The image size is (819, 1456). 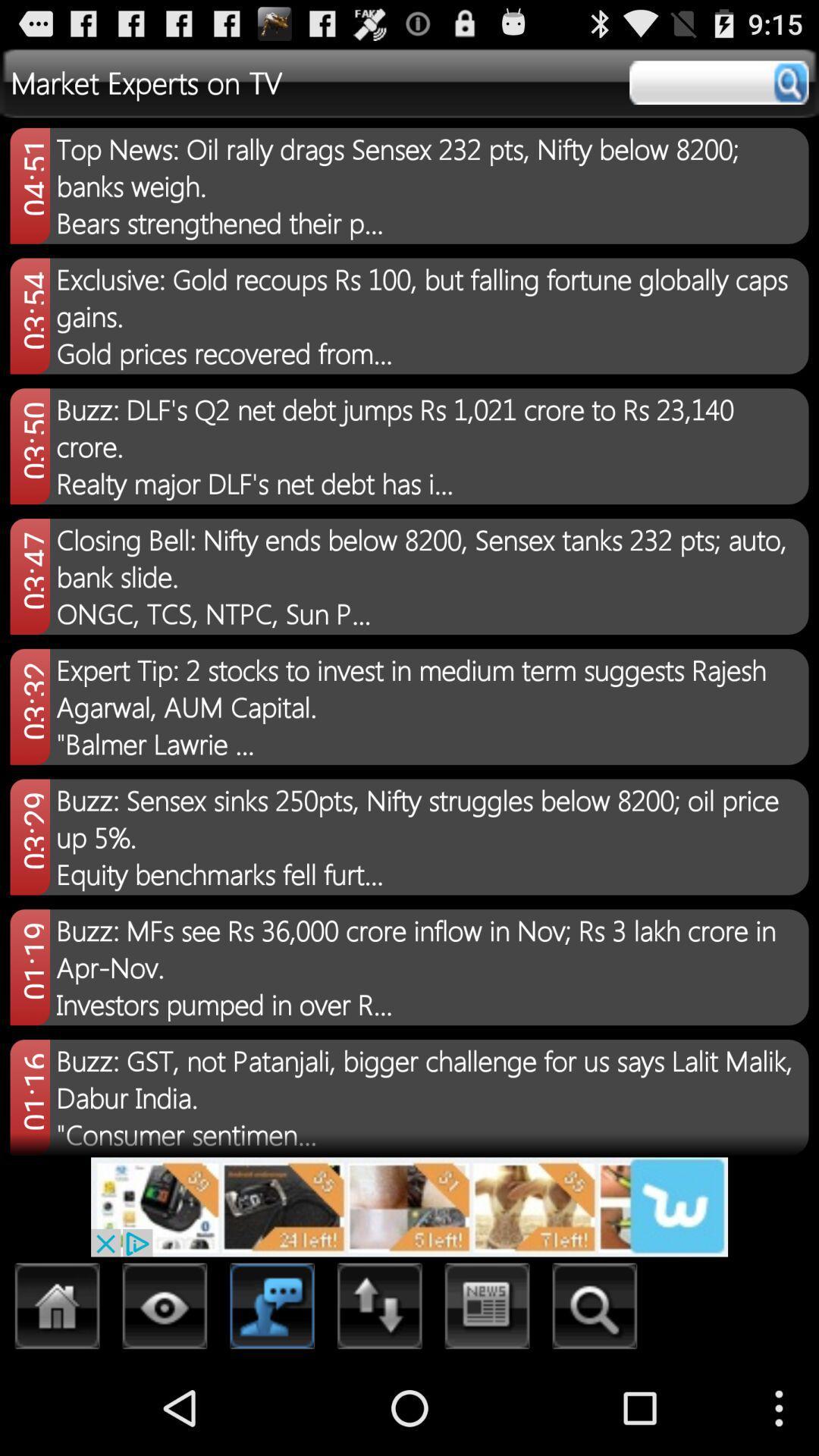 I want to click on reverse it, so click(x=379, y=1310).